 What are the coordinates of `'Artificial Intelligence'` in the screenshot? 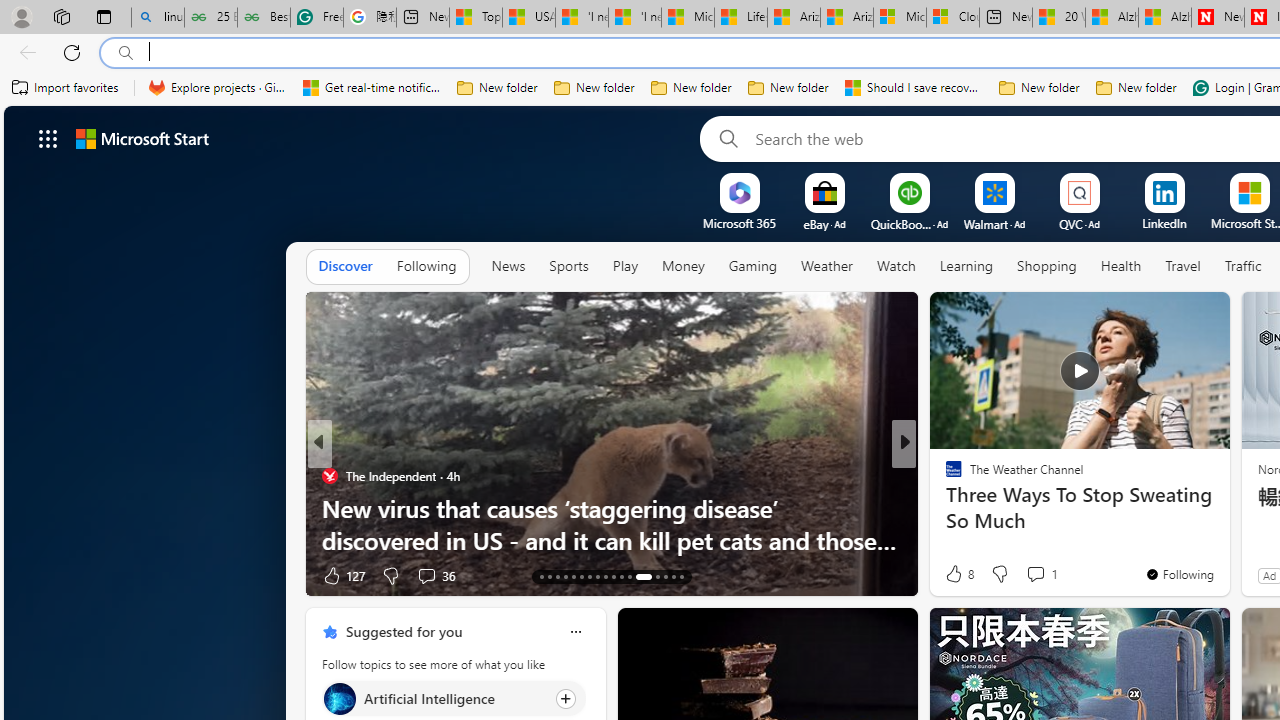 It's located at (339, 697).